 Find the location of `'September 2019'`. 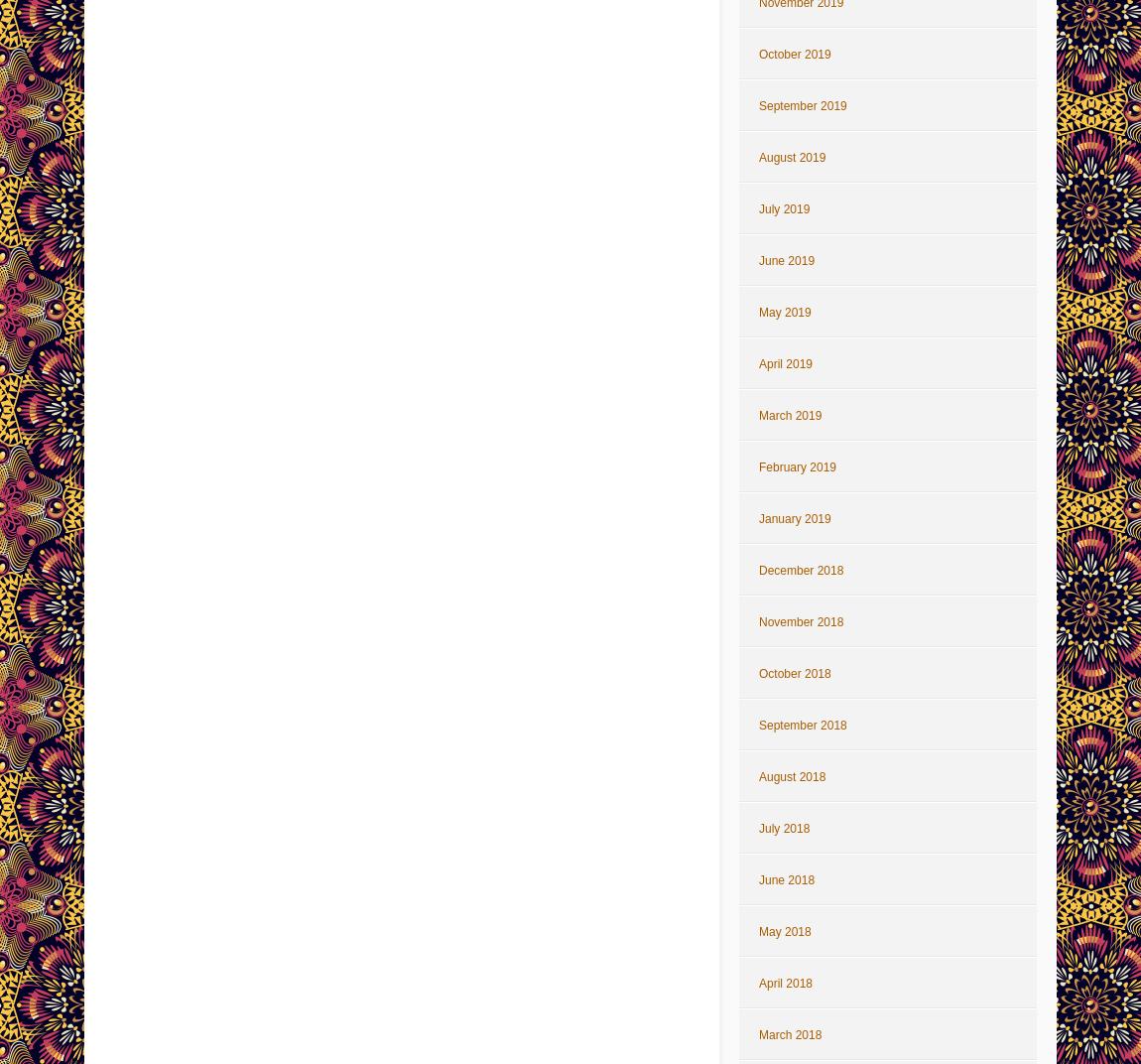

'September 2019' is located at coordinates (802, 105).